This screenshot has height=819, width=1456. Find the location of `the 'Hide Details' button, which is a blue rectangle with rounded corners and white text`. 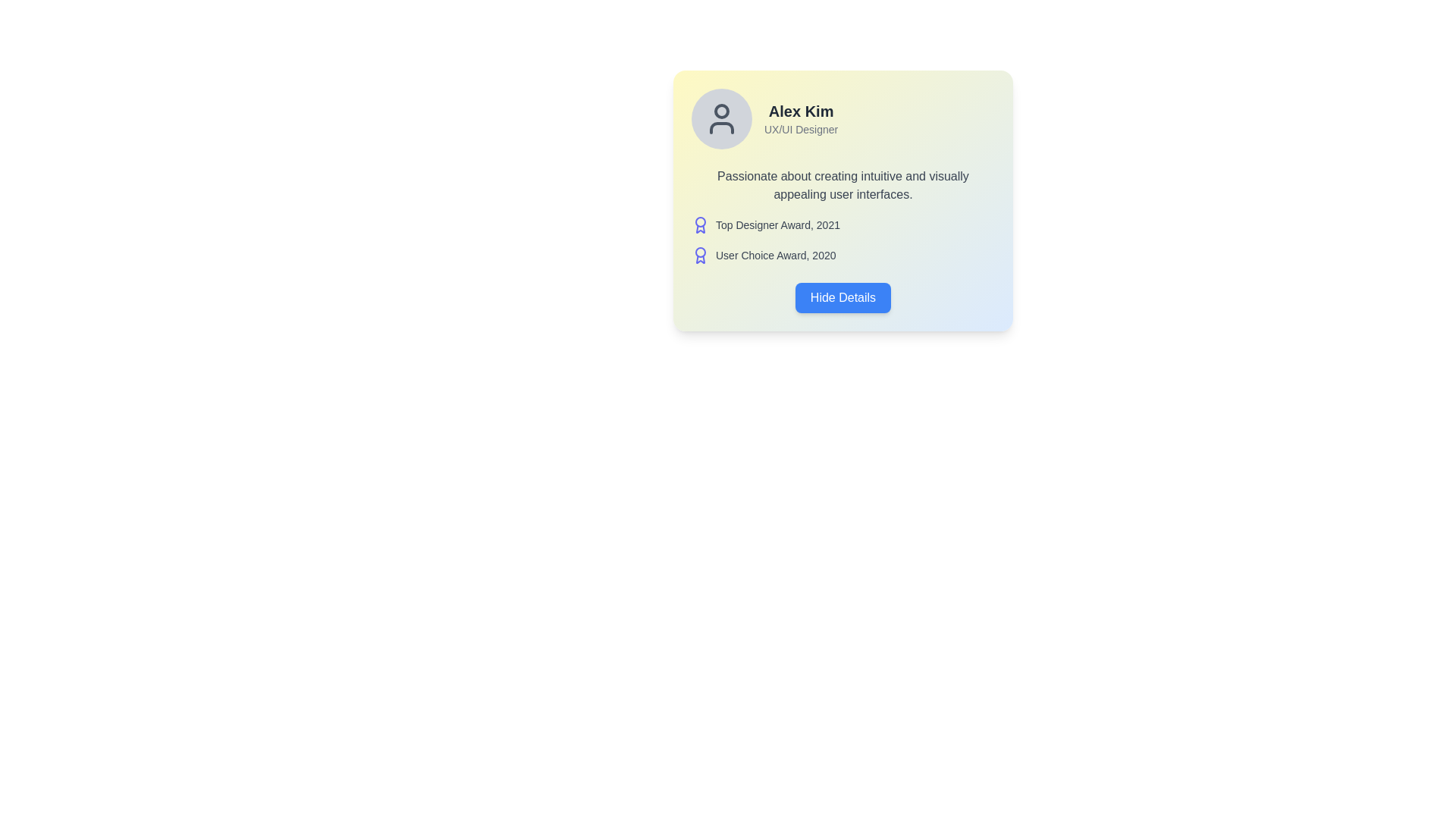

the 'Hide Details' button, which is a blue rectangle with rounded corners and white text is located at coordinates (843, 298).